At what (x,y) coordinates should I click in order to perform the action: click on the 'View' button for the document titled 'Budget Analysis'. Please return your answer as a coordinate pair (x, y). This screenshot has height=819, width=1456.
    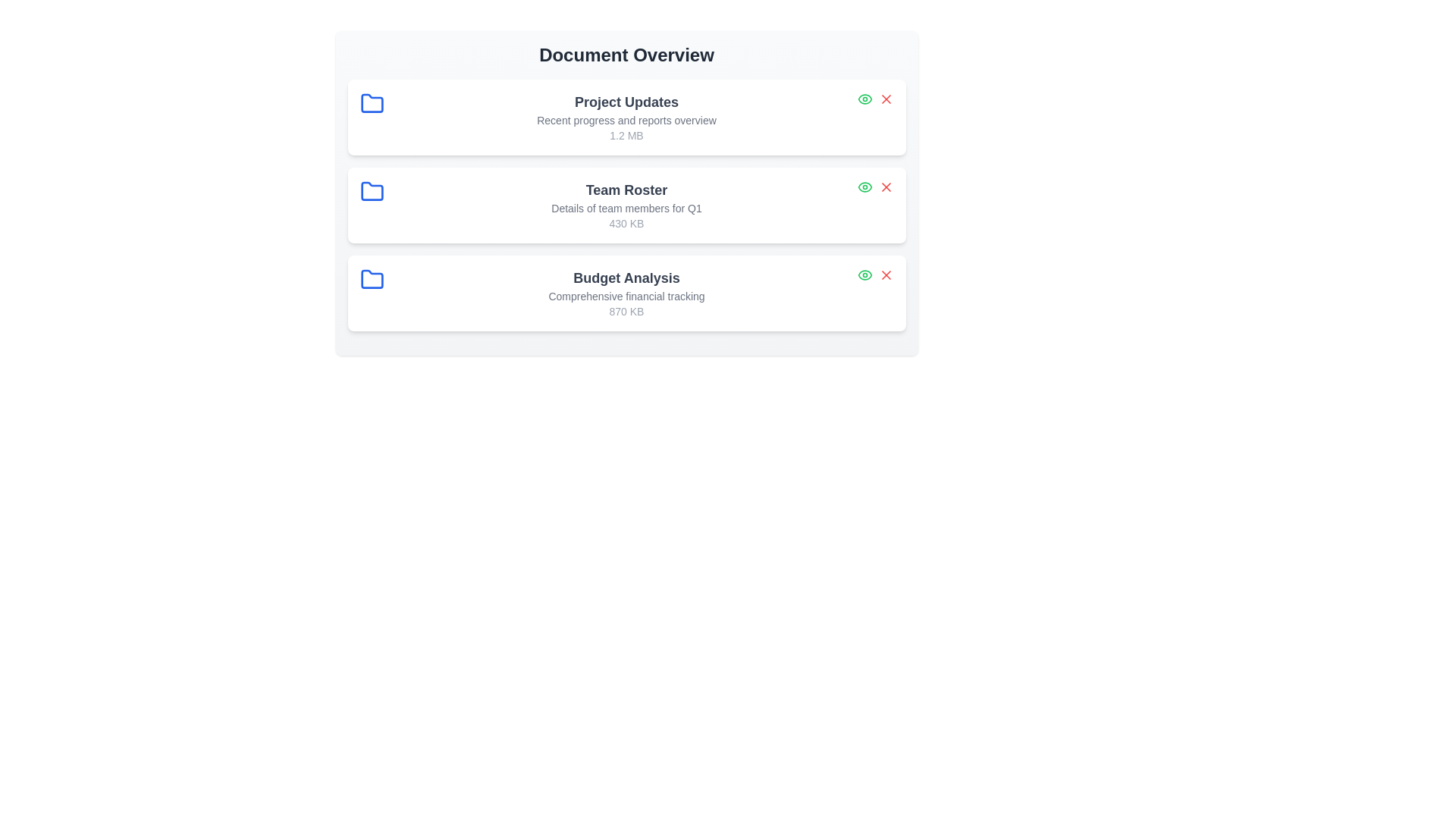
    Looking at the image, I should click on (864, 275).